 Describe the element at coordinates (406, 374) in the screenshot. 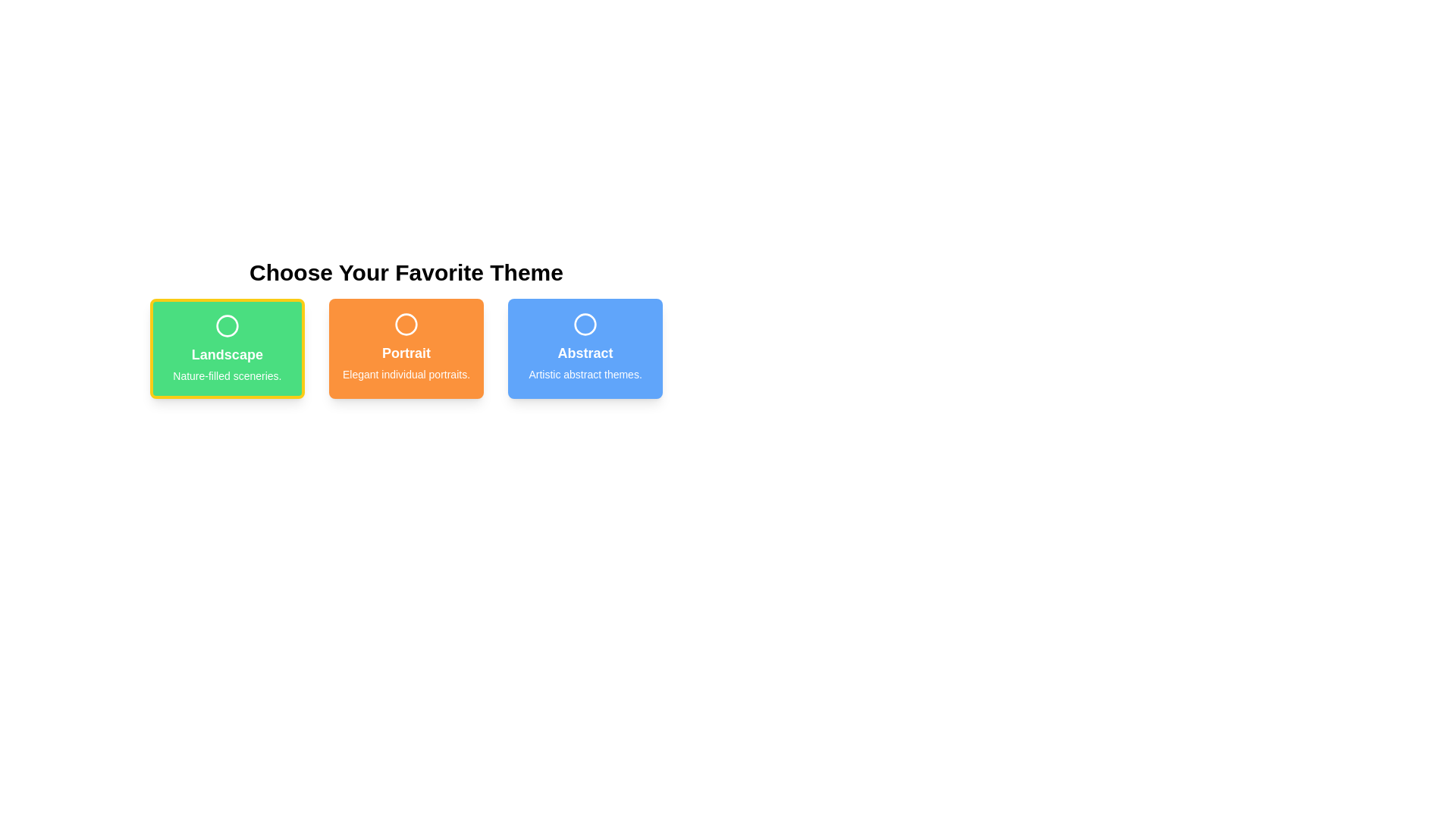

I see `the static descriptive text element that contains the text 'Elegant individual portraits.' which is located within an orange background at the bottom section of the center card labeled 'Portrait'` at that location.